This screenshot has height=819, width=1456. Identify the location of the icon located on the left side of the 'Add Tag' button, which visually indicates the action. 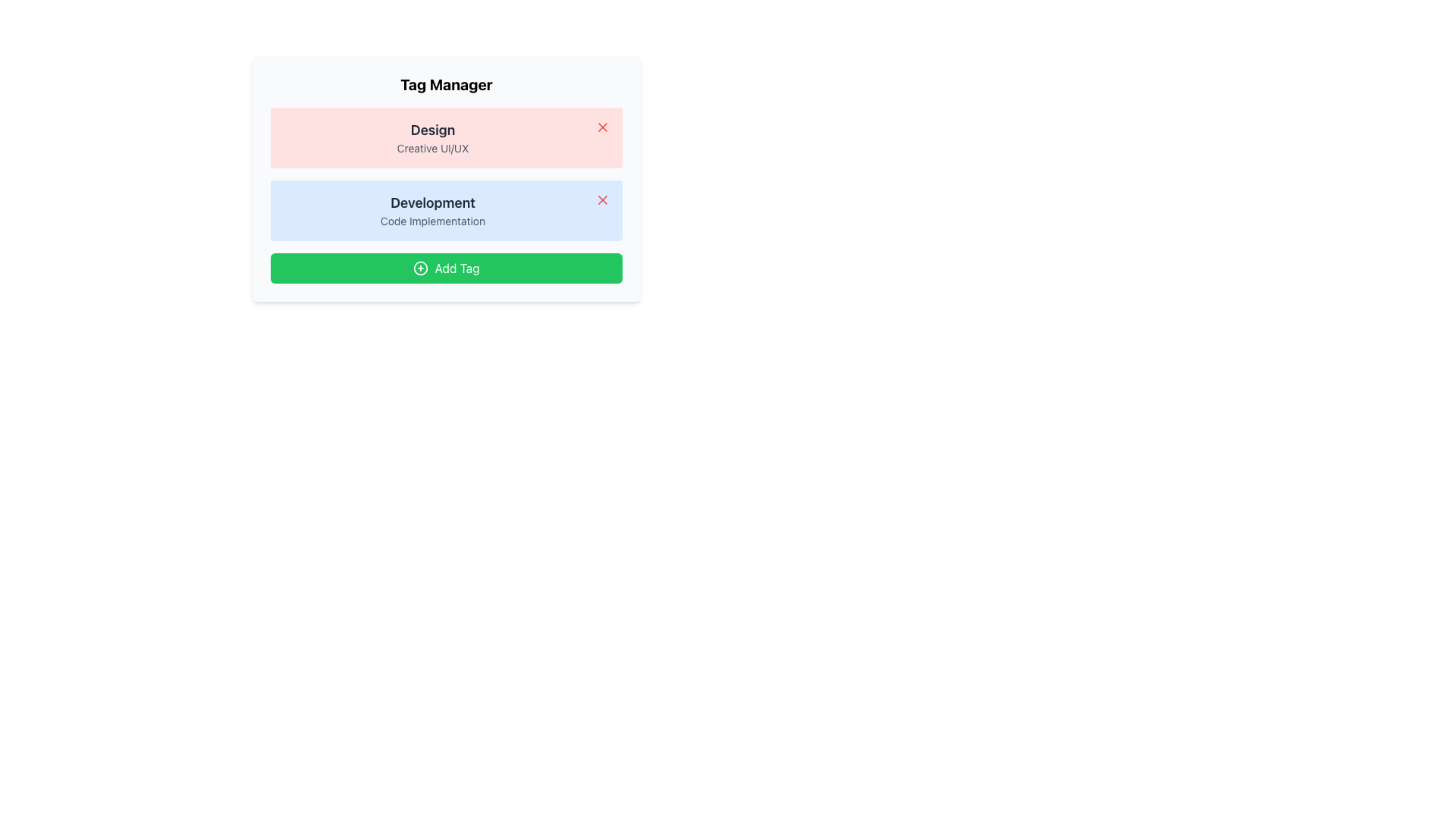
(421, 268).